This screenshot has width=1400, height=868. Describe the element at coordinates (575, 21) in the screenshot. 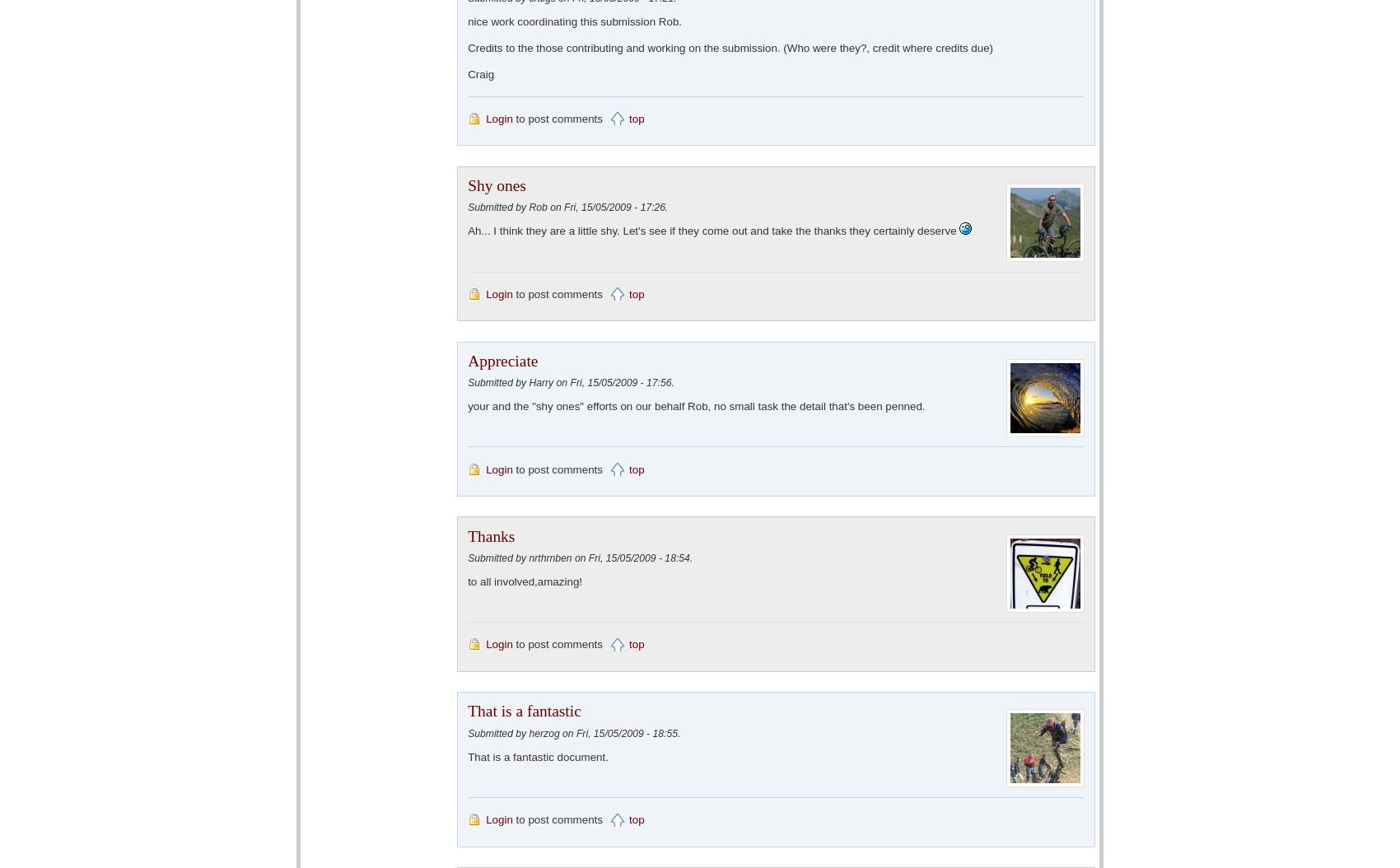

I see `'nice work coordinating this submission Rob.'` at that location.